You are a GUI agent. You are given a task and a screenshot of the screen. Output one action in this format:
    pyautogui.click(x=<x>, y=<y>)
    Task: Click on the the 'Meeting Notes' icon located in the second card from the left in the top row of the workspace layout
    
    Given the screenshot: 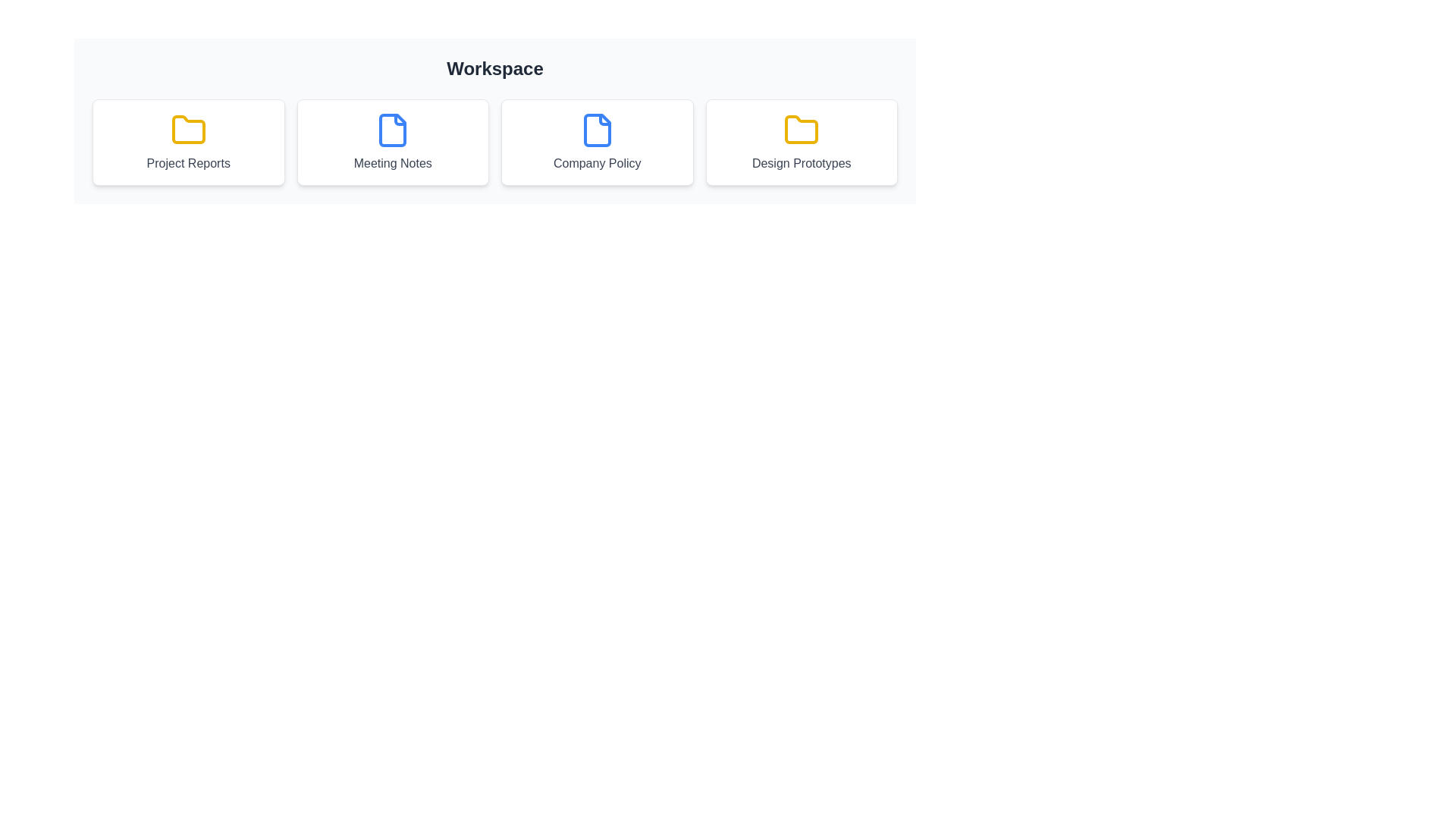 What is the action you would take?
    pyautogui.click(x=393, y=130)
    